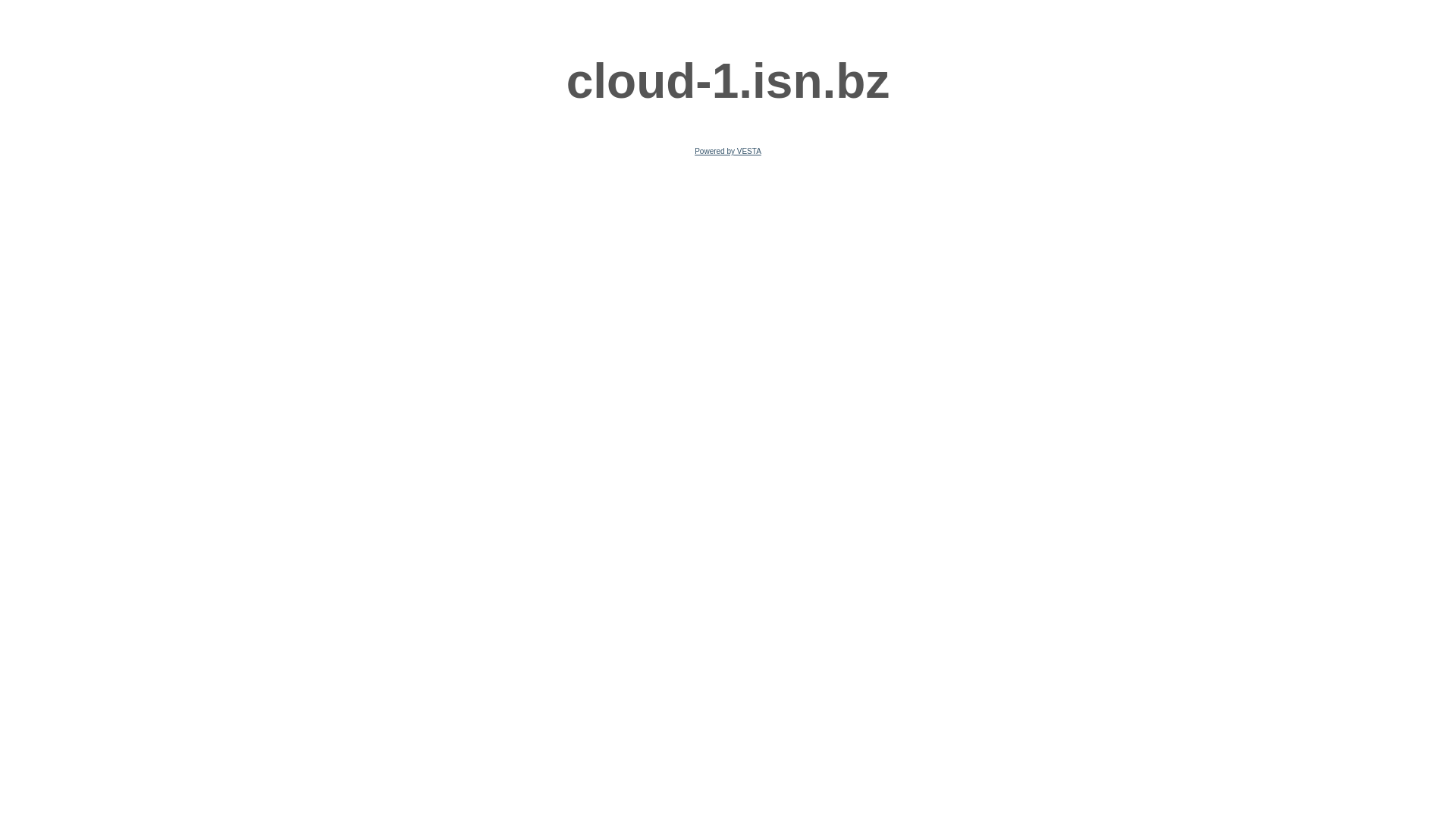 The image size is (1456, 819). What do you see at coordinates (694, 151) in the screenshot?
I see `'Powered by VESTA'` at bounding box center [694, 151].